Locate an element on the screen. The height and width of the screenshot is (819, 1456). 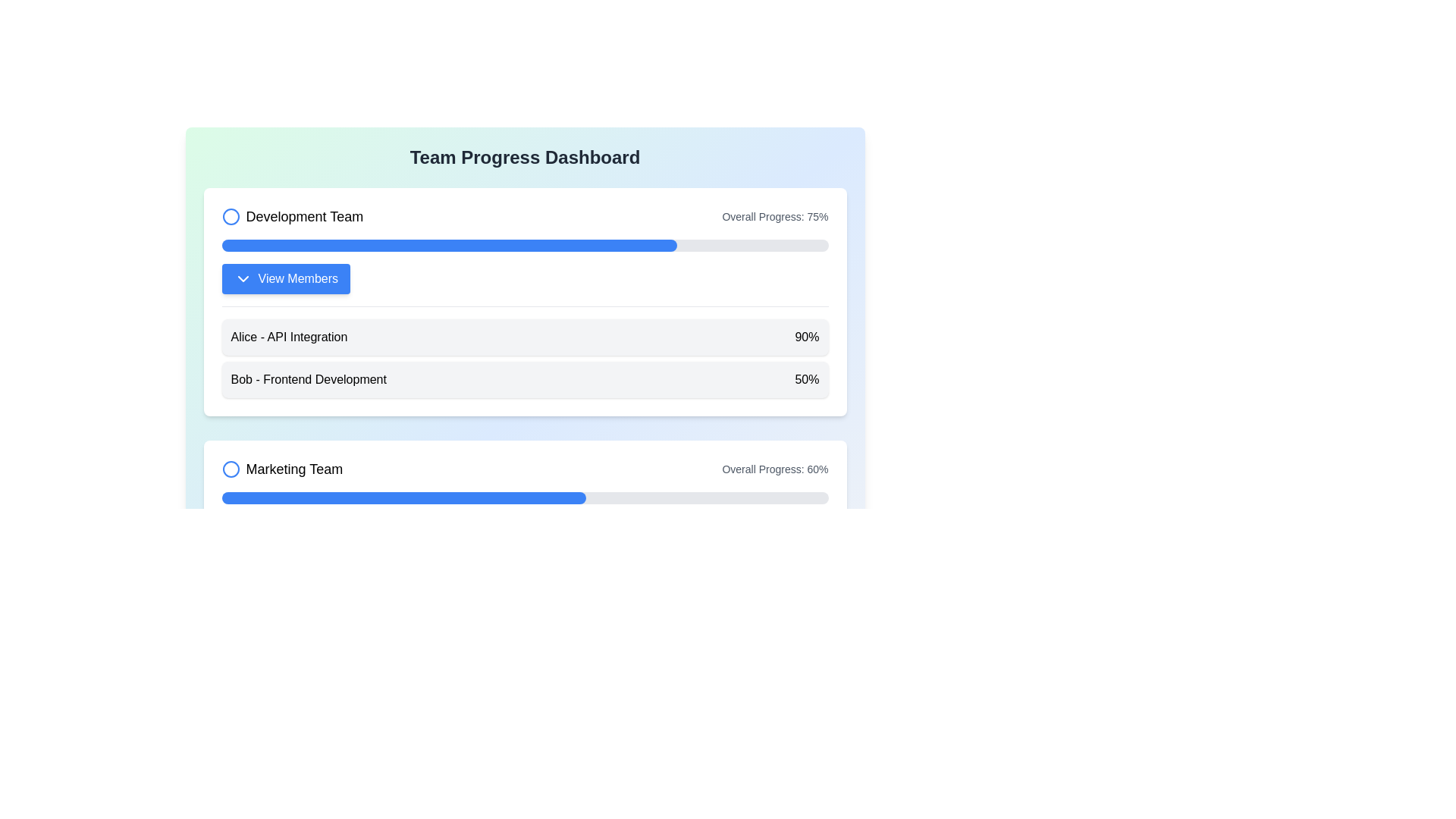
the blue 'View Members' button located under the 'Development Team' title and above the list items 'Alice - API Integration' and 'Bob - Frontend Development' is located at coordinates (286, 278).